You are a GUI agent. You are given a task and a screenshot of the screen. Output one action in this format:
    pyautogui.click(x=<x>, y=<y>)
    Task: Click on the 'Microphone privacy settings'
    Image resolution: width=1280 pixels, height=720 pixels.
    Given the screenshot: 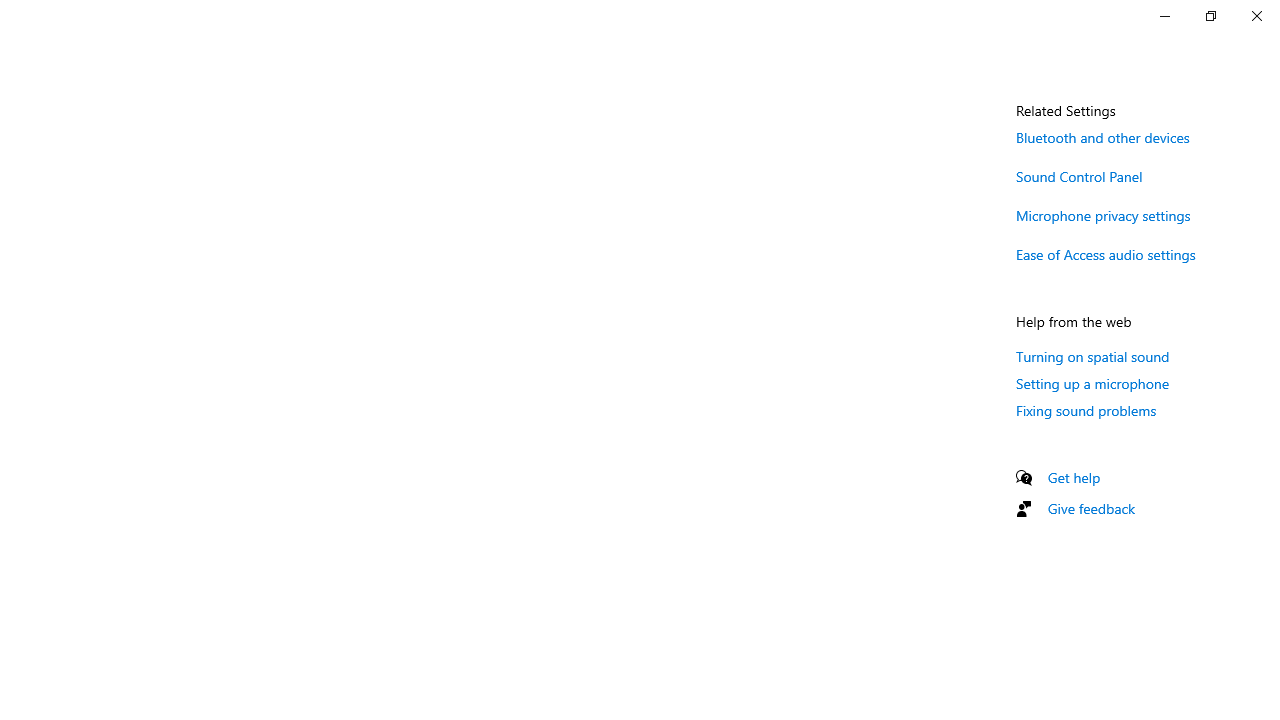 What is the action you would take?
    pyautogui.click(x=1102, y=215)
    